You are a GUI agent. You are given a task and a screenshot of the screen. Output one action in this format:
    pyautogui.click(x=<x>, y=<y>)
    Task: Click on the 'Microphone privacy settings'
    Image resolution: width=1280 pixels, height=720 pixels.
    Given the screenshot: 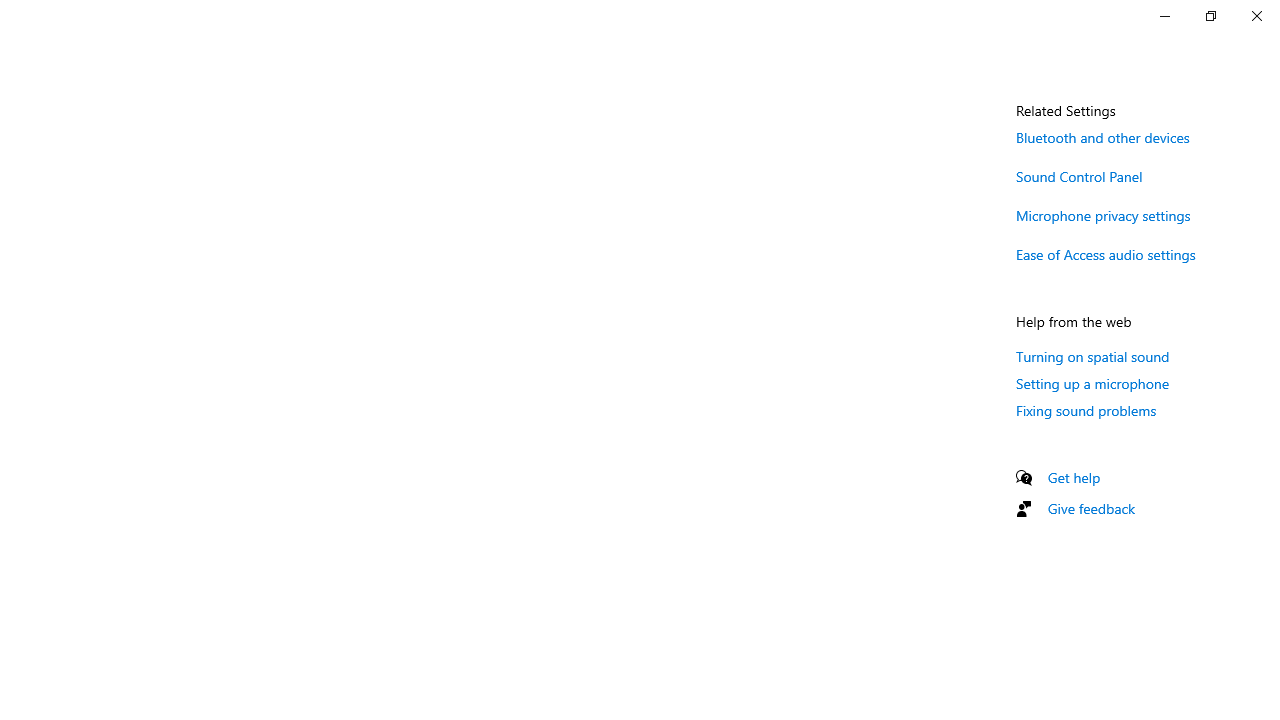 What is the action you would take?
    pyautogui.click(x=1102, y=215)
    